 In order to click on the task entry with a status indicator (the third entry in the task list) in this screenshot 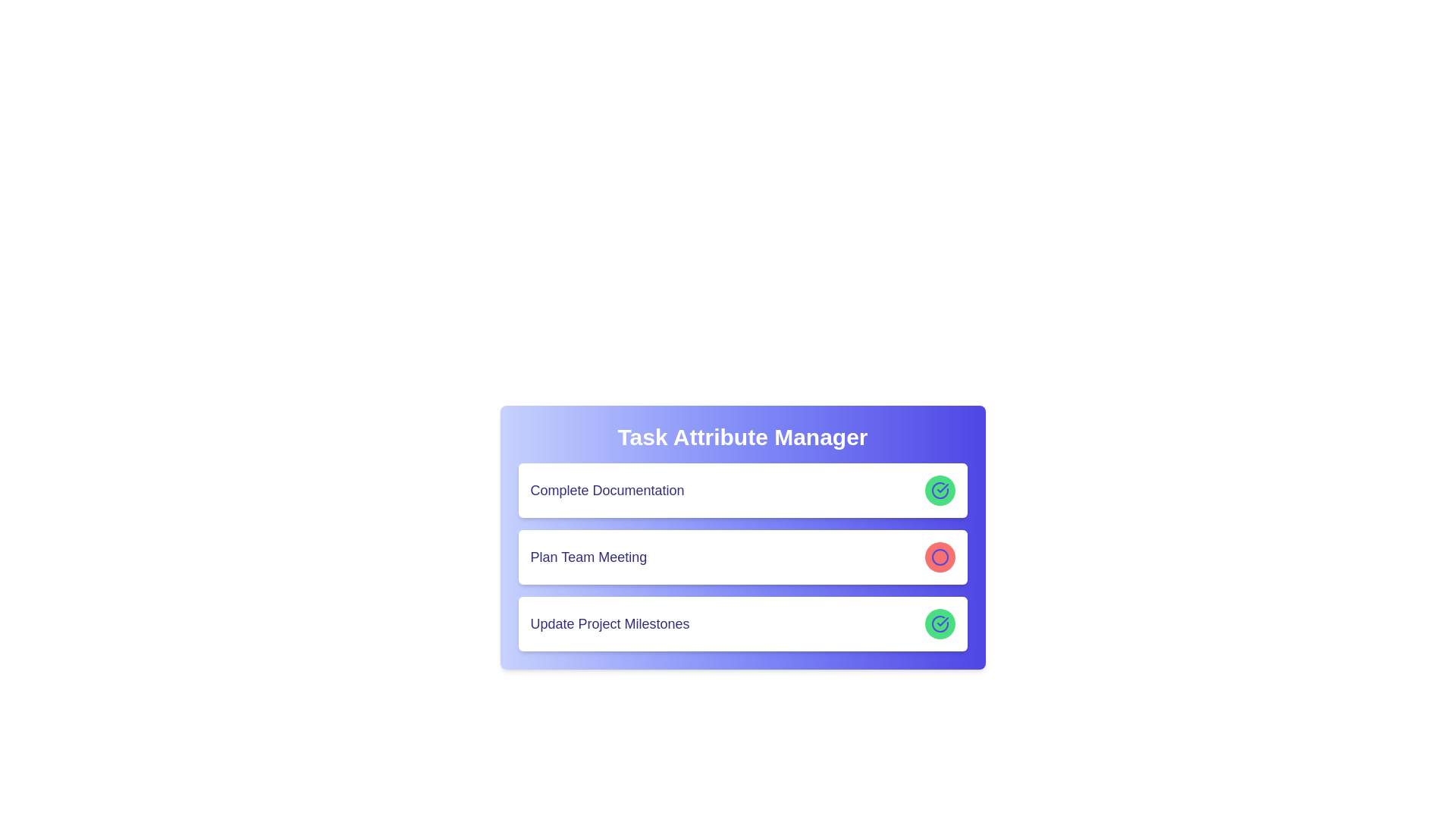, I will do `click(742, 623)`.